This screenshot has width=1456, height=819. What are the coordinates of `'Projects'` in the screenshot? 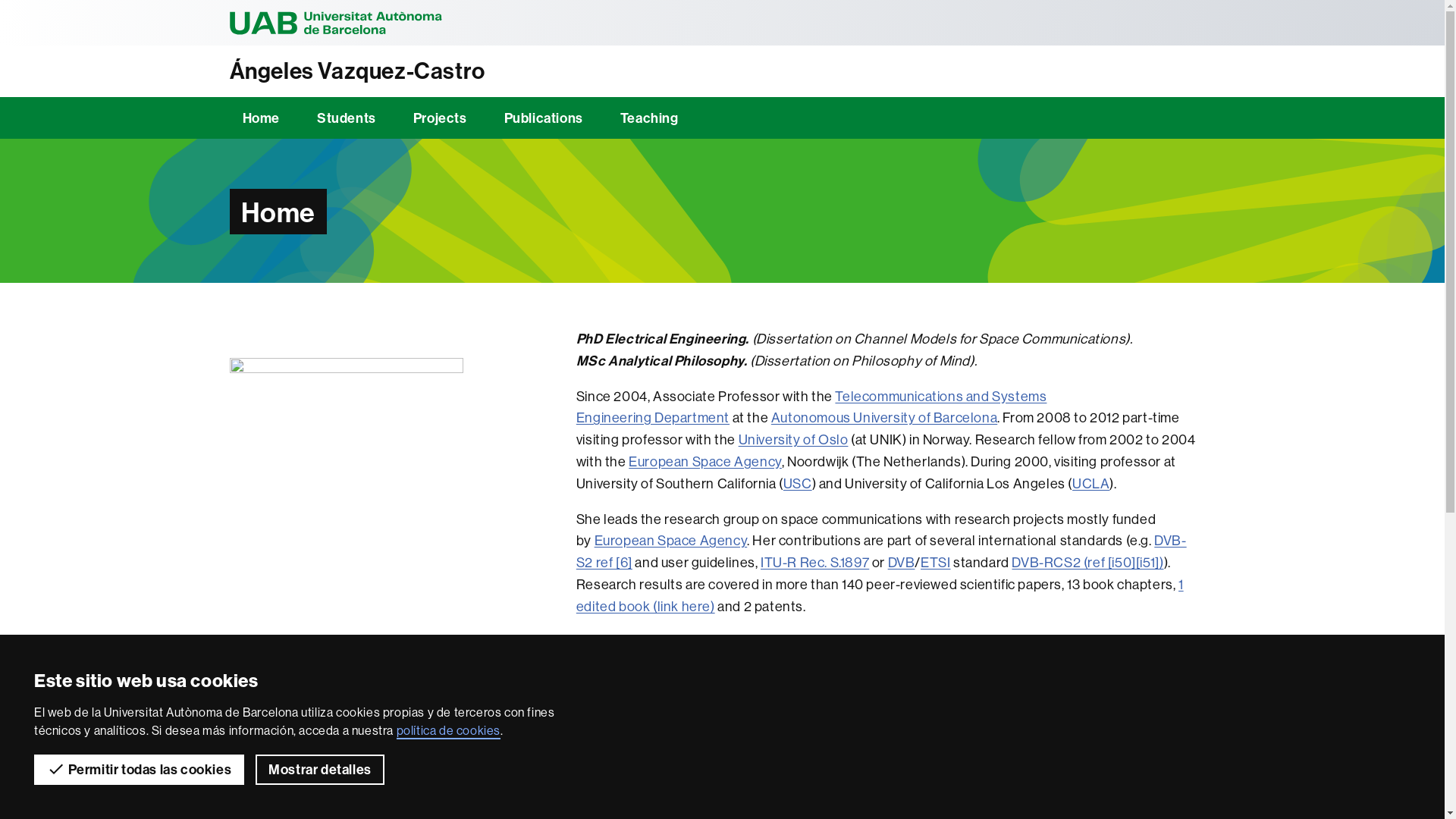 It's located at (439, 117).